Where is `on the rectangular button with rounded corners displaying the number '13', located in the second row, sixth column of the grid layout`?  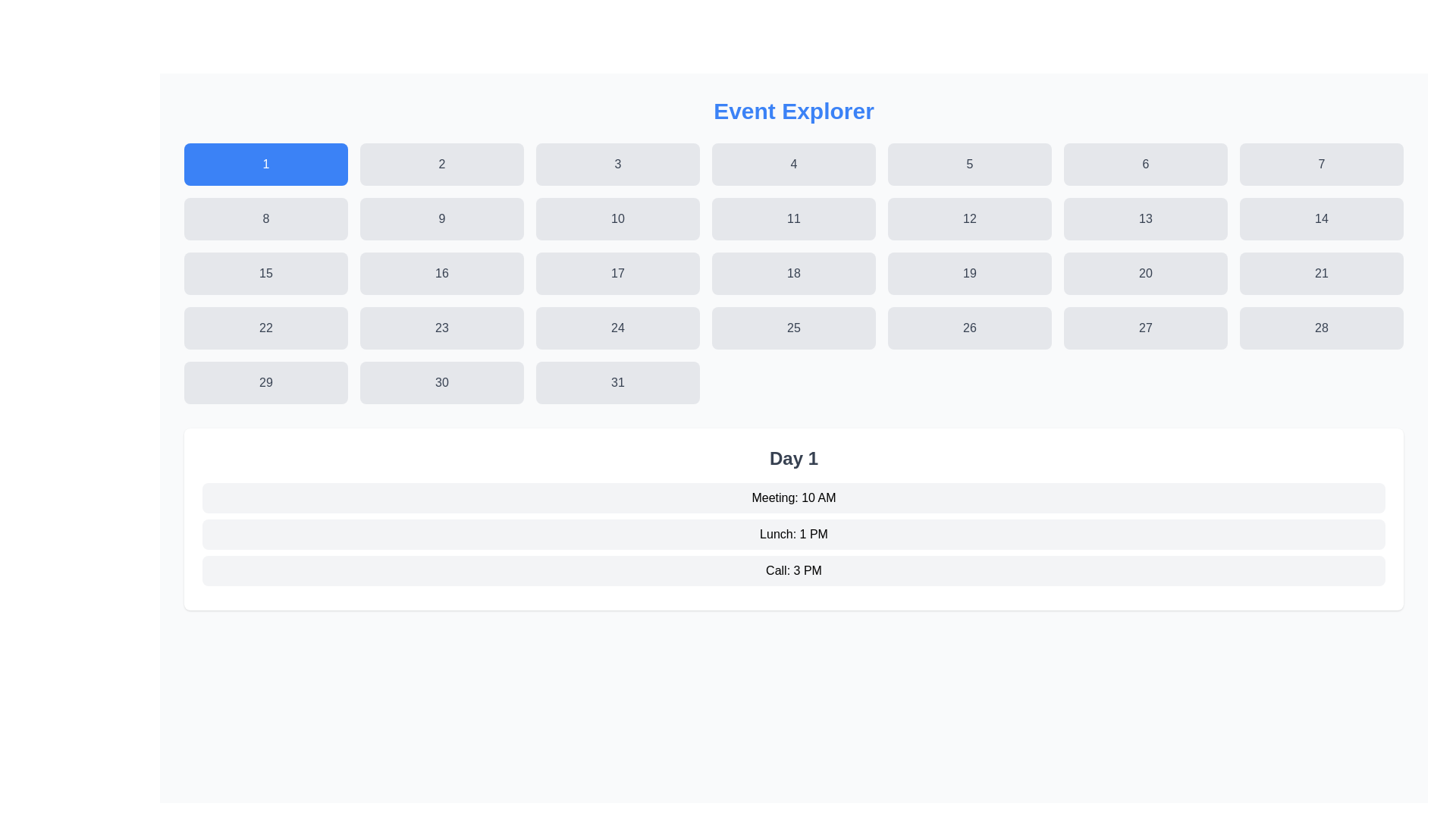 on the rectangular button with rounded corners displaying the number '13', located in the second row, sixth column of the grid layout is located at coordinates (1146, 219).